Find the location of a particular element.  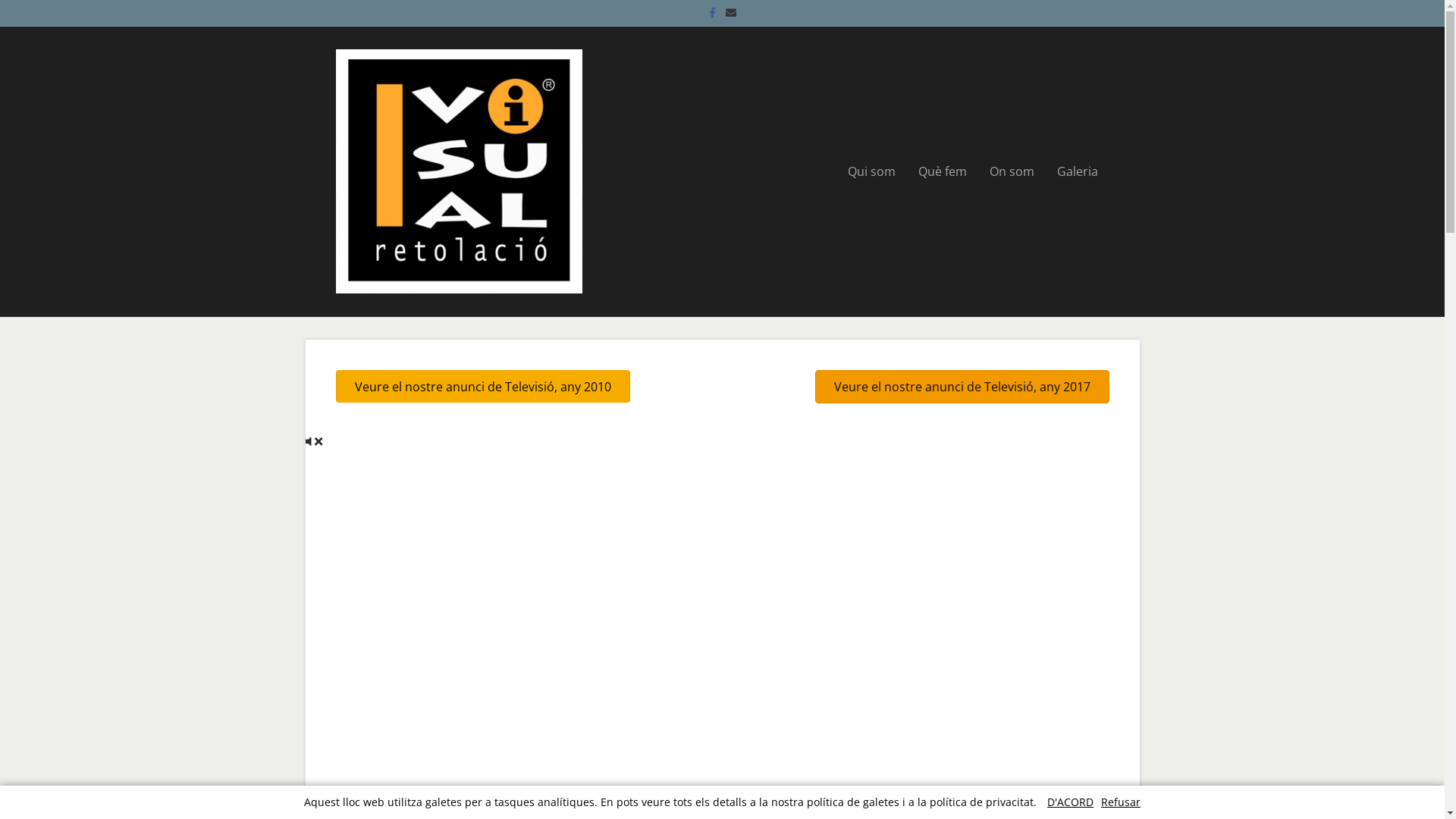

'Refusar' is located at coordinates (1100, 801).